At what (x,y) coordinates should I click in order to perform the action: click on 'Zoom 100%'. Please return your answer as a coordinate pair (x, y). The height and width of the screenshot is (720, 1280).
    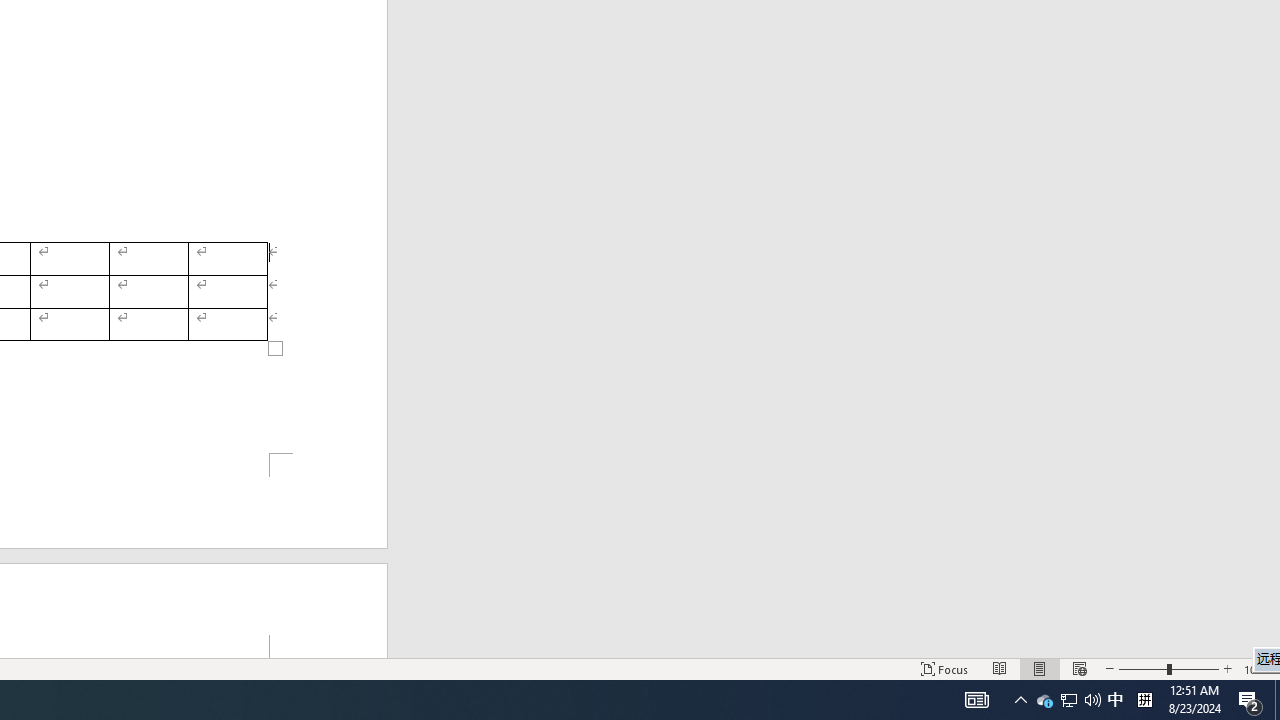
    Looking at the image, I should click on (1257, 669).